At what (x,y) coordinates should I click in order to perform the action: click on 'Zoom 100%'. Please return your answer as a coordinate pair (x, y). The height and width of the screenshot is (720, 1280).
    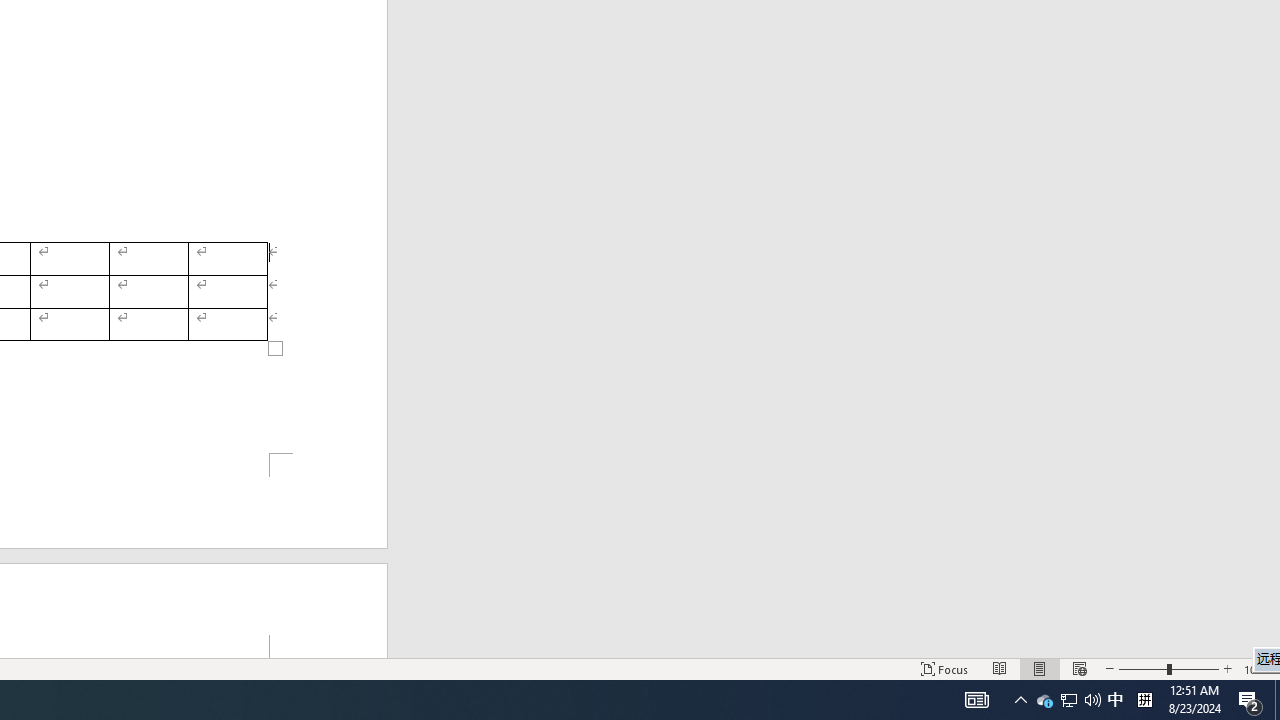
    Looking at the image, I should click on (1257, 669).